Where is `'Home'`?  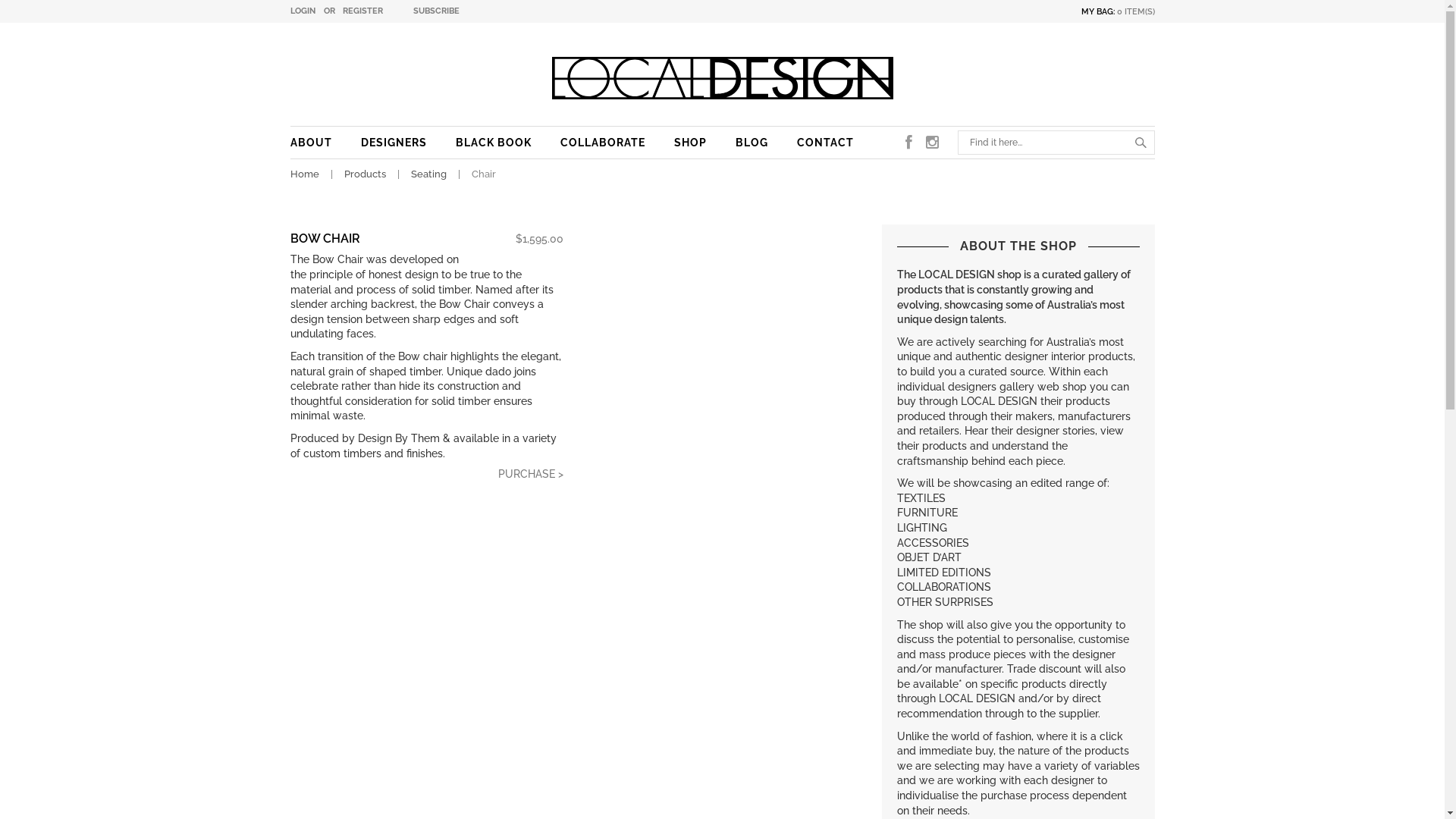
'Home' is located at coordinates (303, 173).